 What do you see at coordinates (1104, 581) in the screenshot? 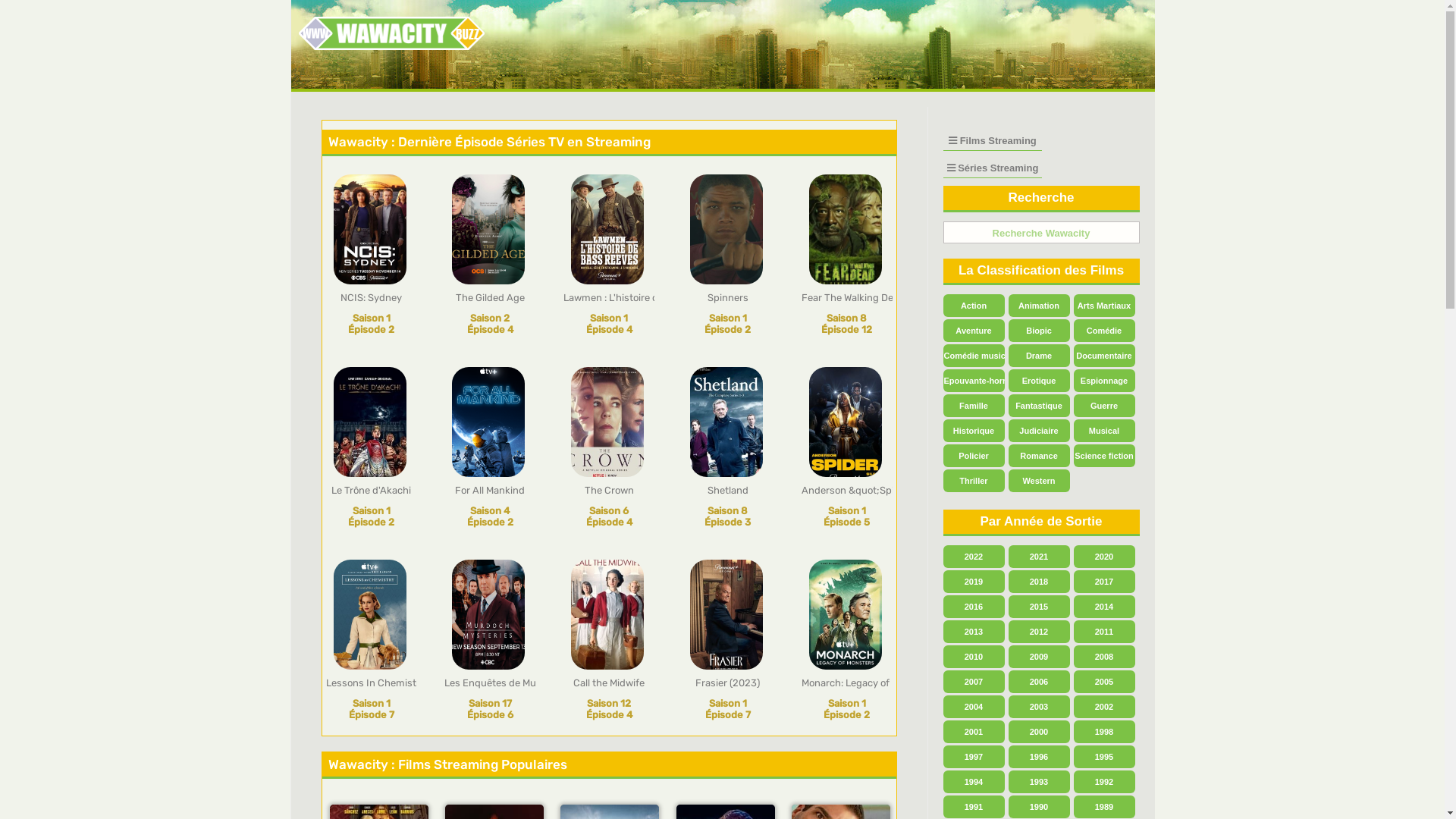
I see `'2017'` at bounding box center [1104, 581].